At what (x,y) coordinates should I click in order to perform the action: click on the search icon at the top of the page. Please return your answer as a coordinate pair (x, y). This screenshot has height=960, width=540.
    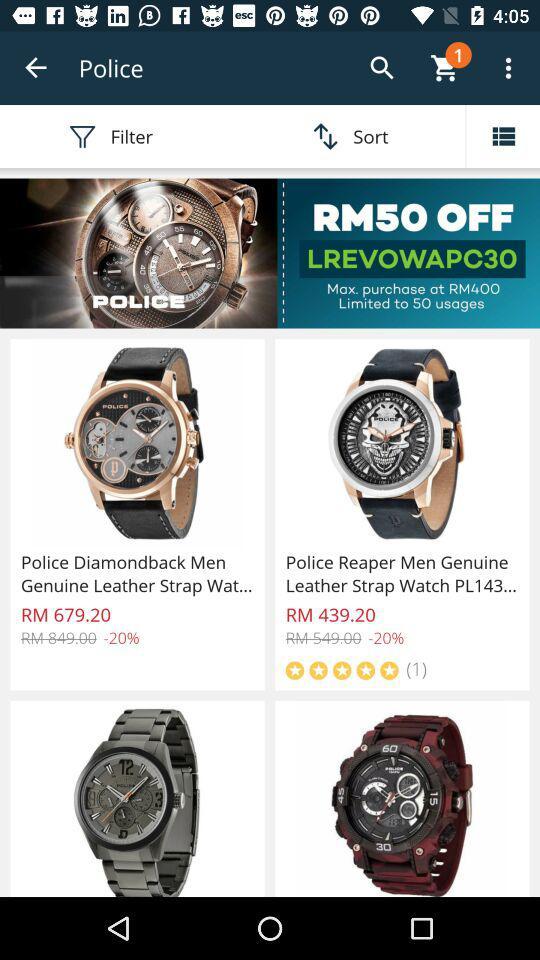
    Looking at the image, I should click on (382, 68).